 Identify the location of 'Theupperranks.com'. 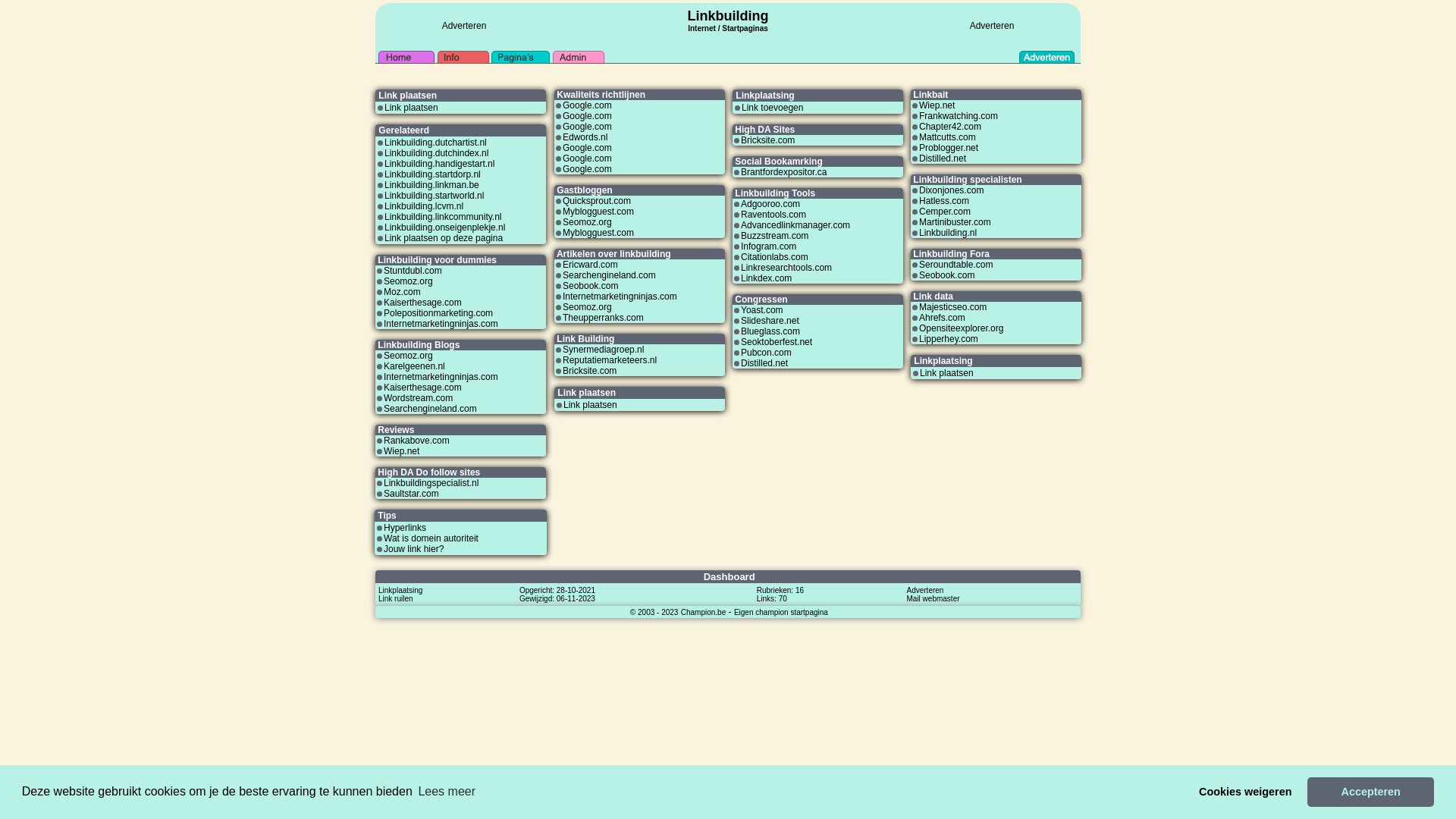
(602, 317).